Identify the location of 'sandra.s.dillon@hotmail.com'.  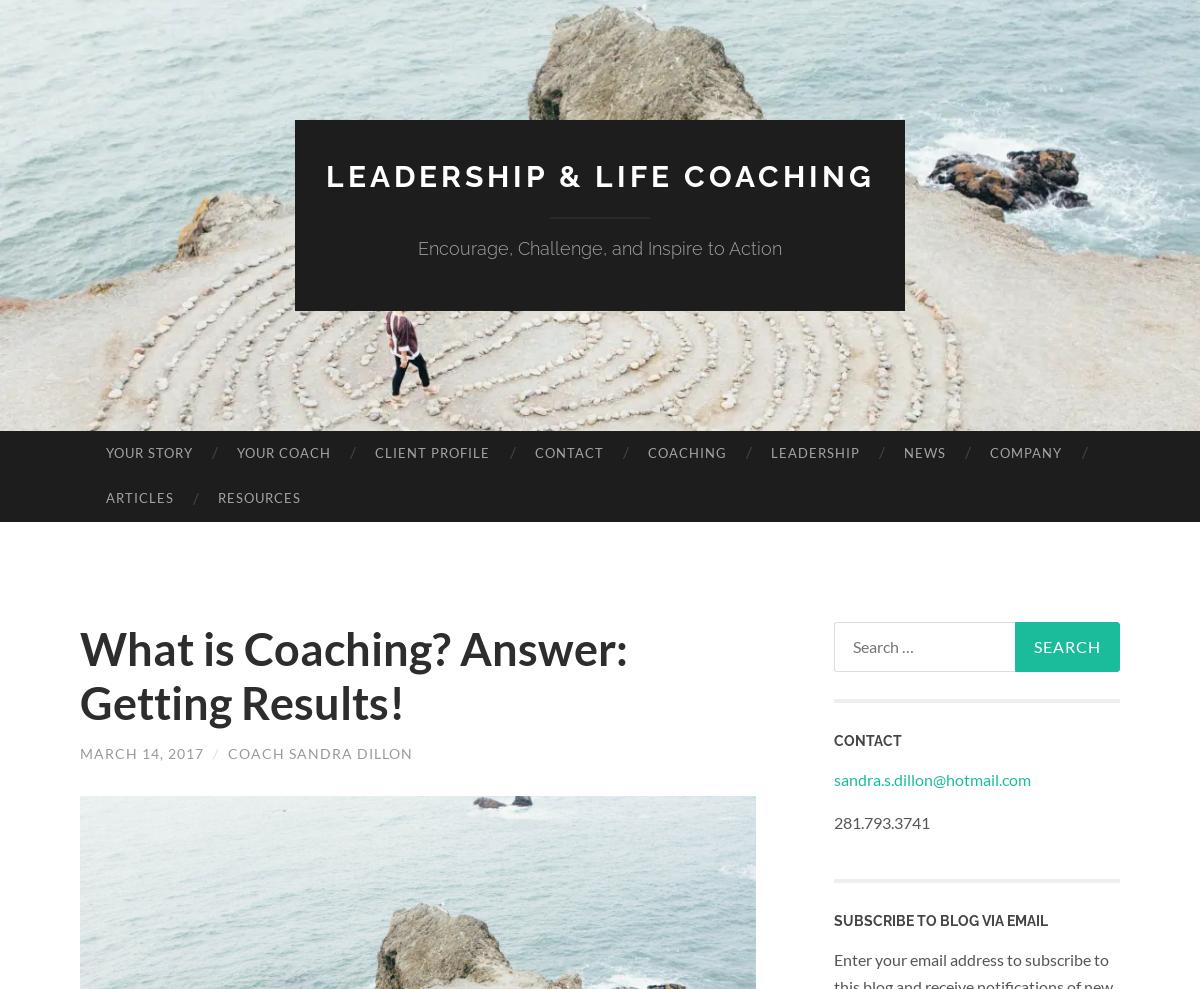
(932, 777).